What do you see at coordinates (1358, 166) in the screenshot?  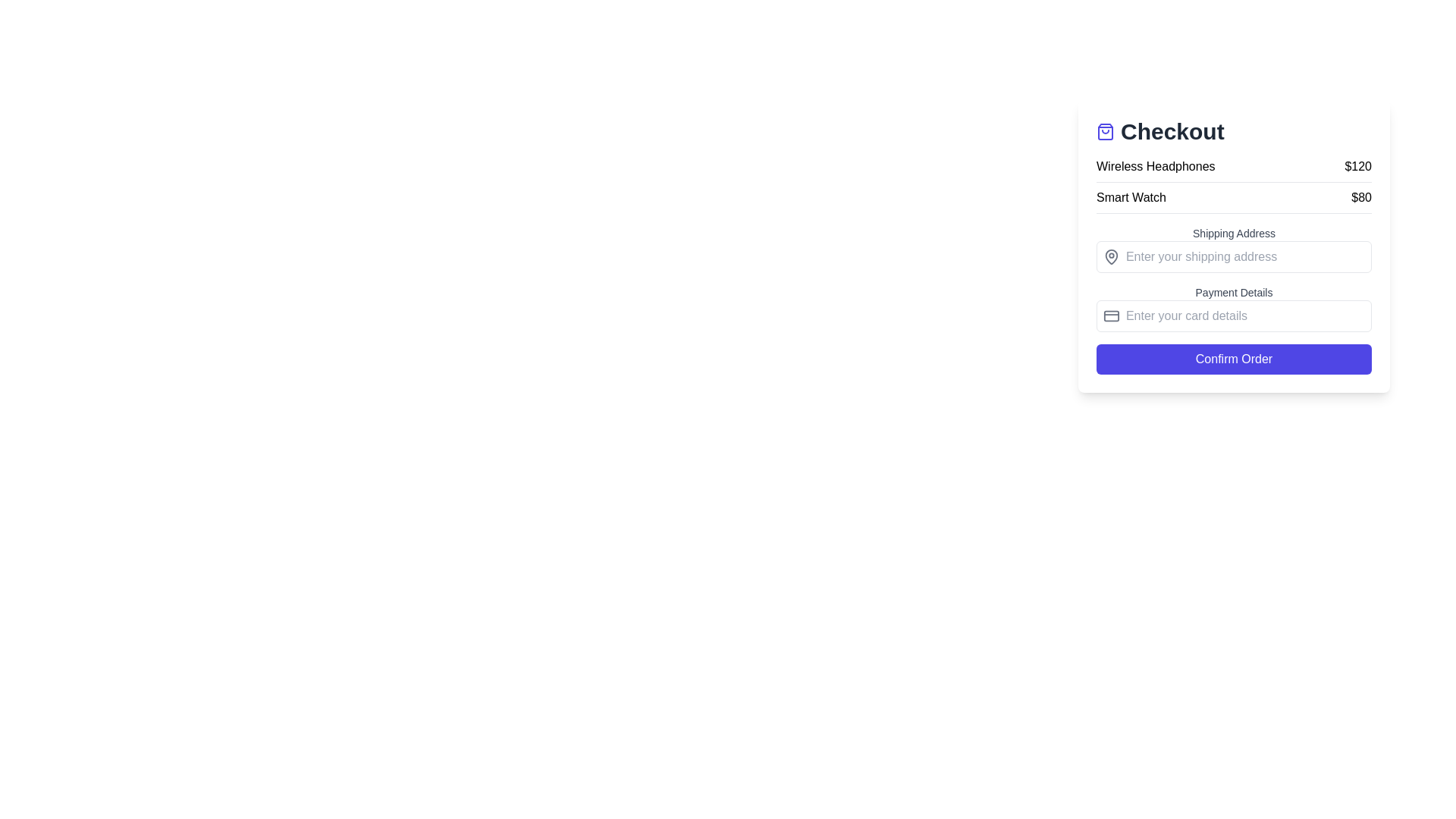 I see `the text label displaying '$120' in bold, located in the checkout section to the far right of the 'Wireless Headphones' line item description` at bounding box center [1358, 166].